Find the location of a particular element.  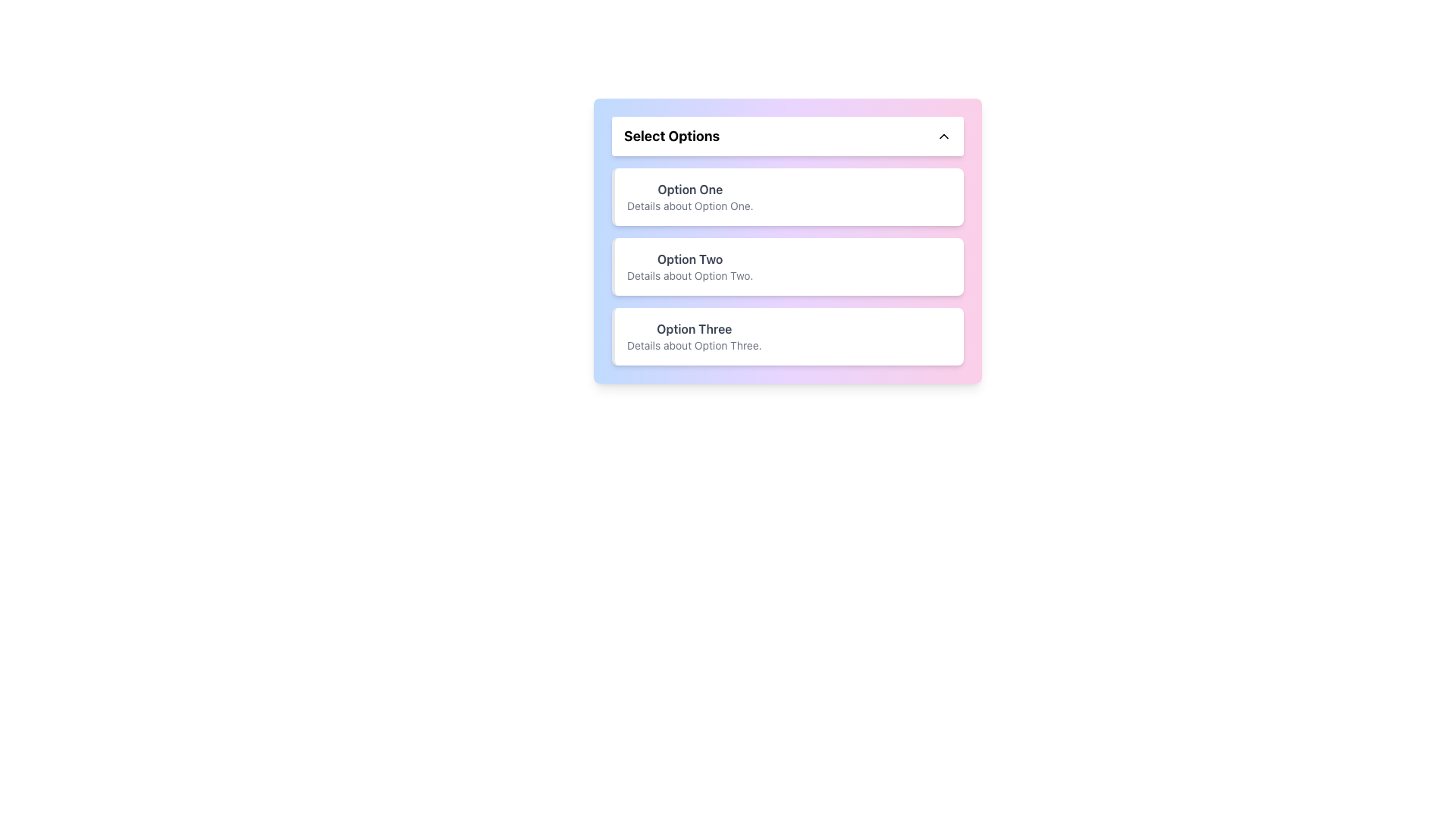

the second item in a vertically-stacked list of options, which highlights 'Option Two' as the user's choice is located at coordinates (689, 265).